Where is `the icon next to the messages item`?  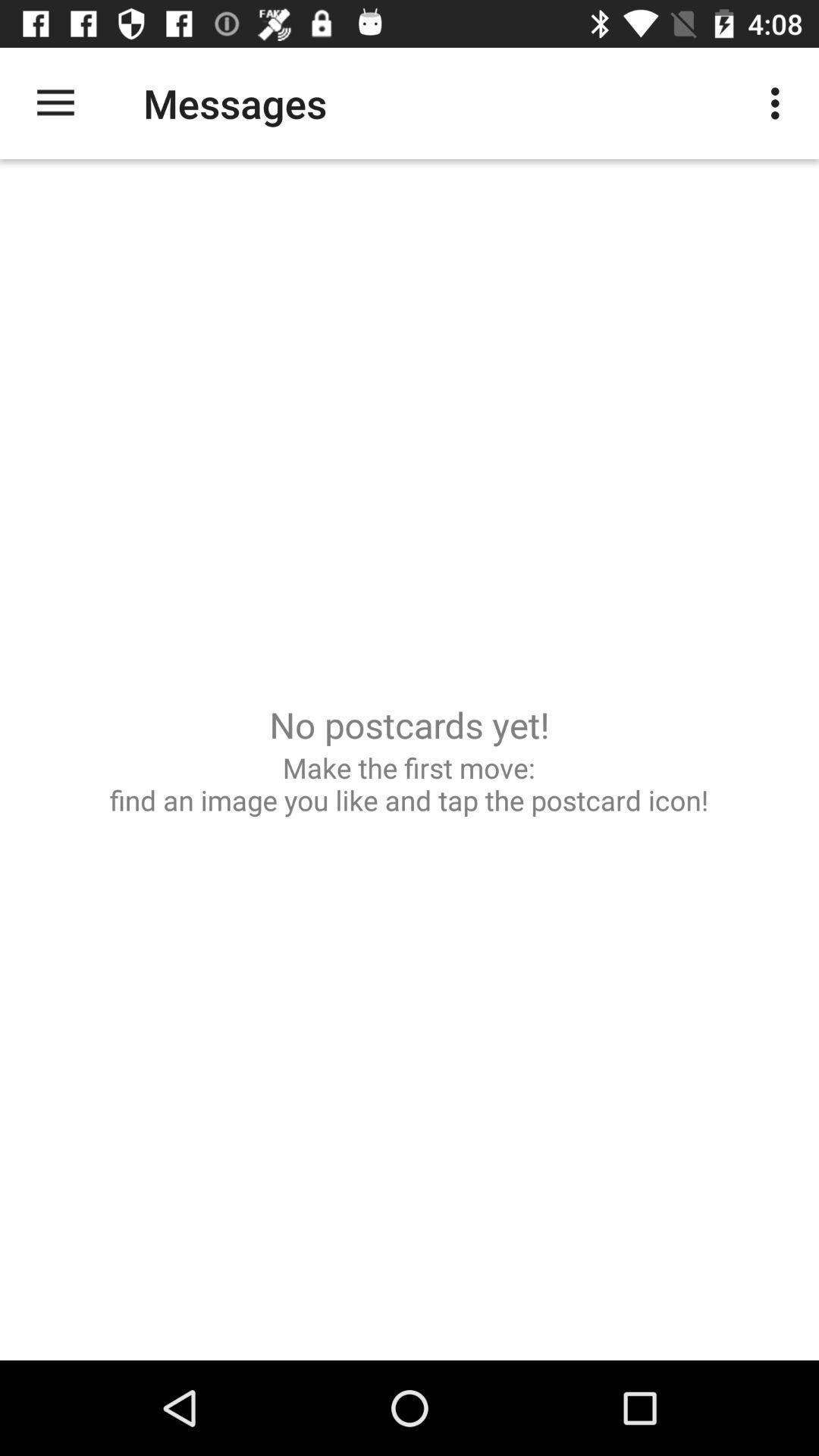
the icon next to the messages item is located at coordinates (779, 102).